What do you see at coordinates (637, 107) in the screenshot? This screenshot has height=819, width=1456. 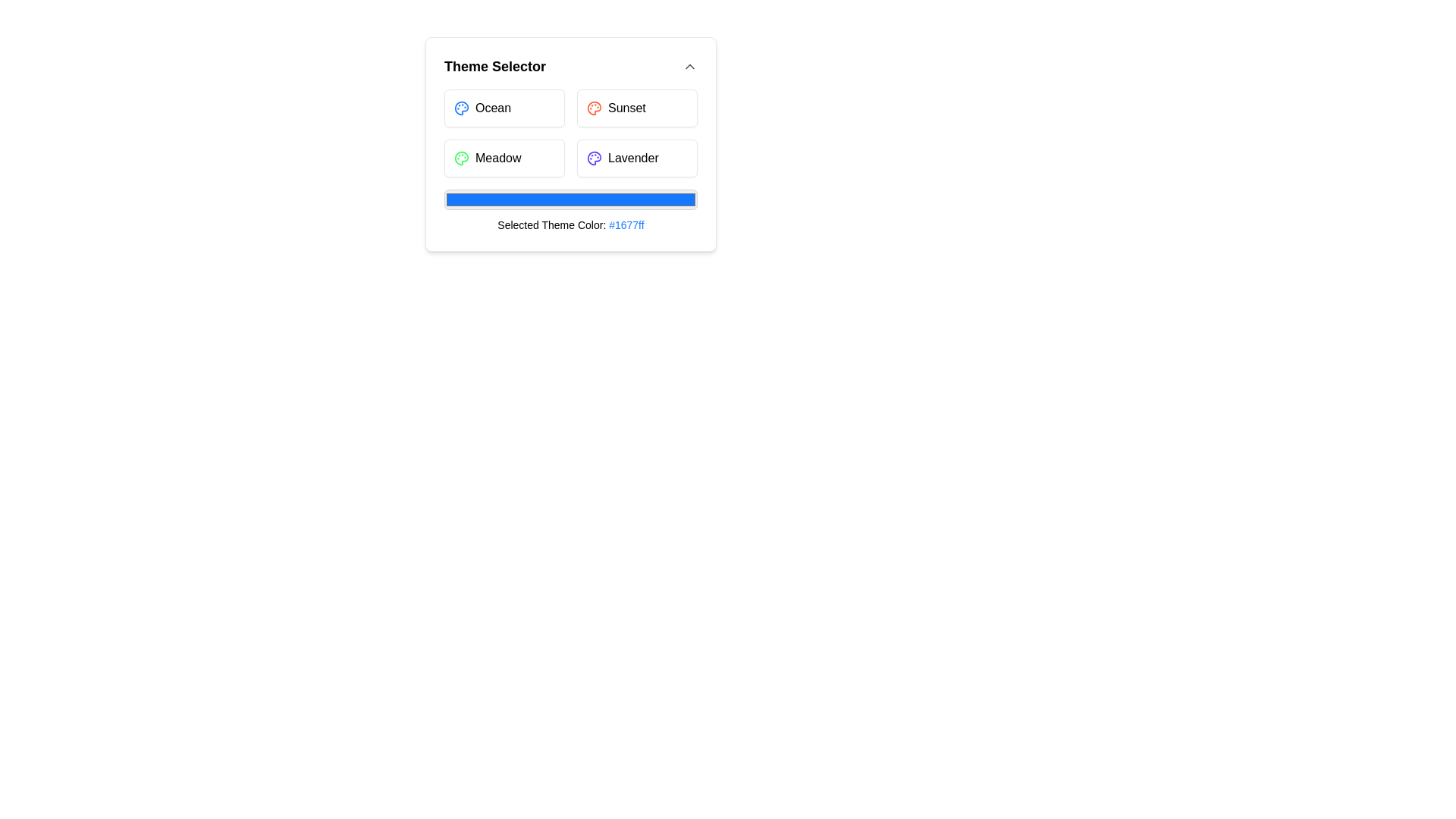 I see `the 'Sunset' selection button with a small palette icon` at bounding box center [637, 107].